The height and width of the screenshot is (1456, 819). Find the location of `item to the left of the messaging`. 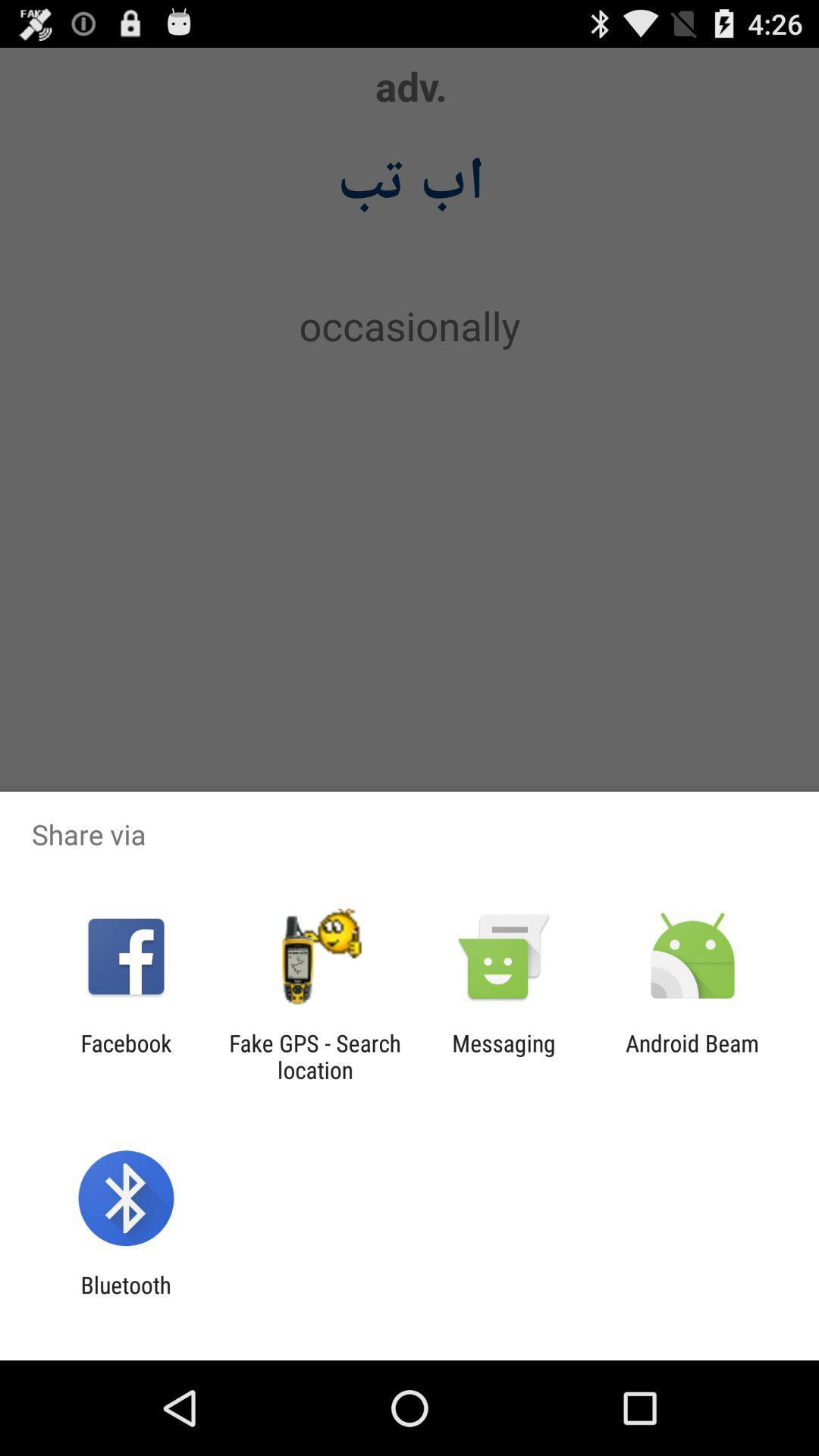

item to the left of the messaging is located at coordinates (314, 1056).